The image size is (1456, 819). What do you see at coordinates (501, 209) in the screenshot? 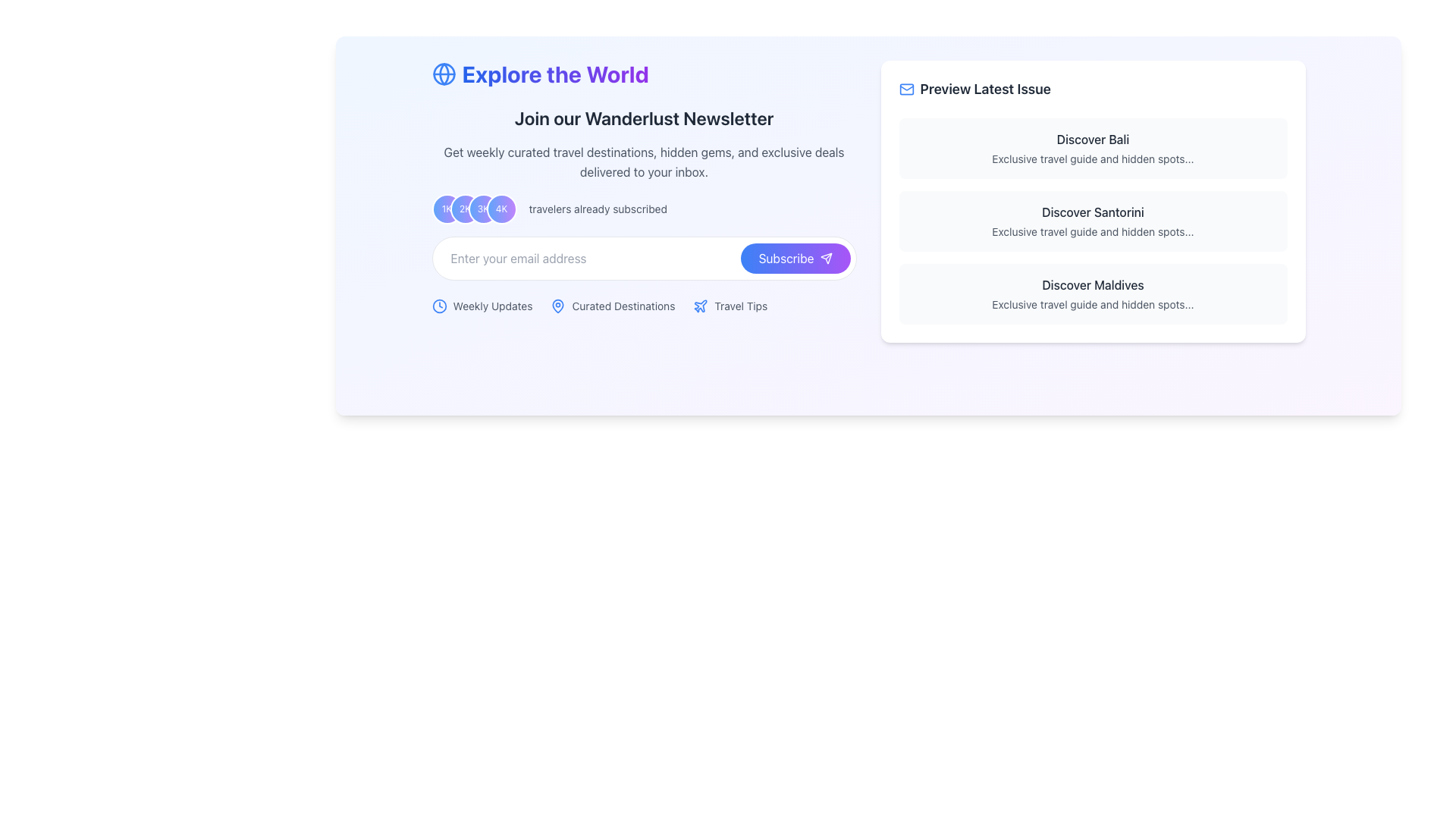
I see `the circular badge that displays '4K' with a gradient color from blue to purple, located above the email subscription input field` at bounding box center [501, 209].